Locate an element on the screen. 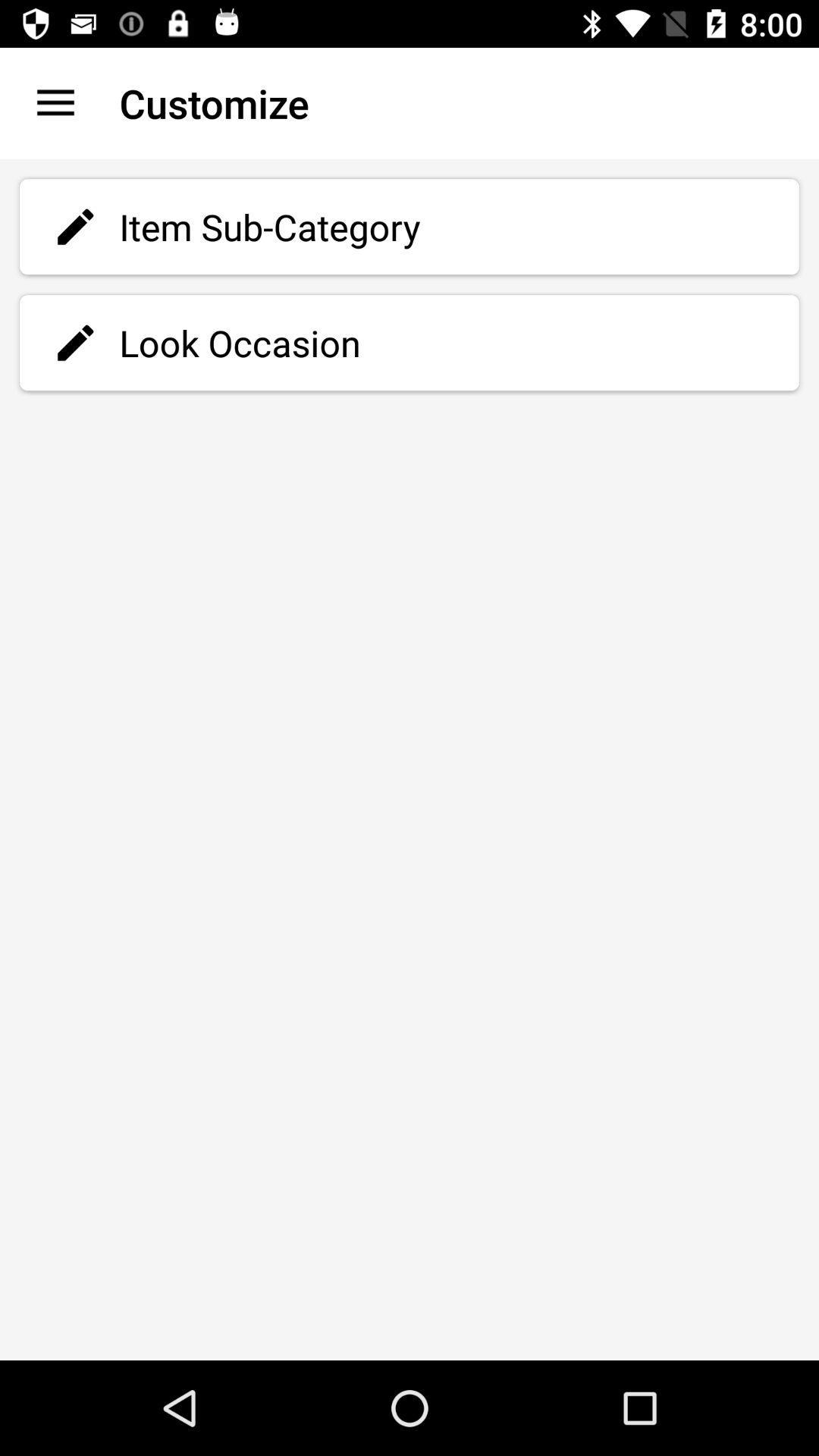 This screenshot has height=1456, width=819. the item sub-category is located at coordinates (409, 226).